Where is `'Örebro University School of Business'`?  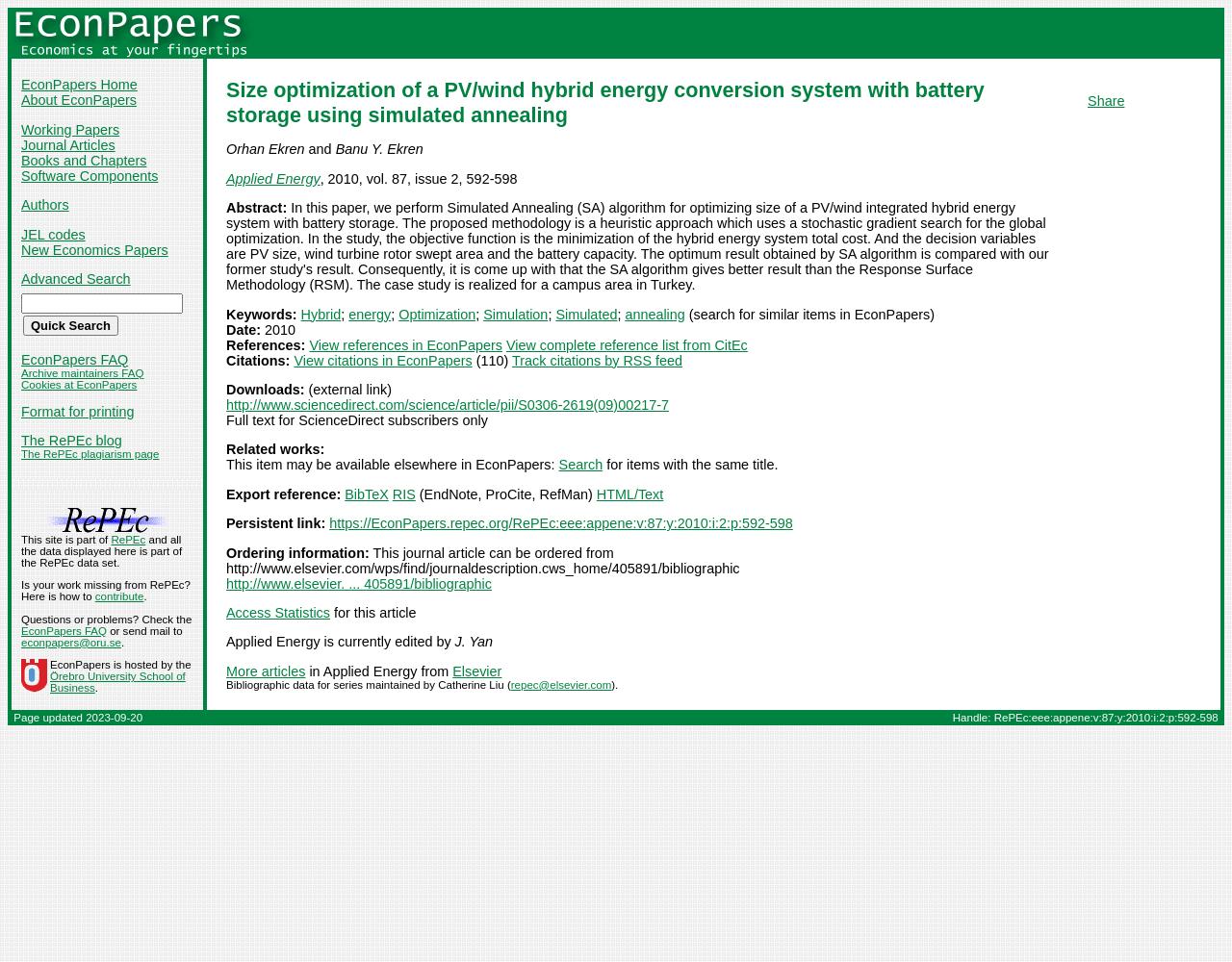
'Örebro University School of Business' is located at coordinates (49, 681).